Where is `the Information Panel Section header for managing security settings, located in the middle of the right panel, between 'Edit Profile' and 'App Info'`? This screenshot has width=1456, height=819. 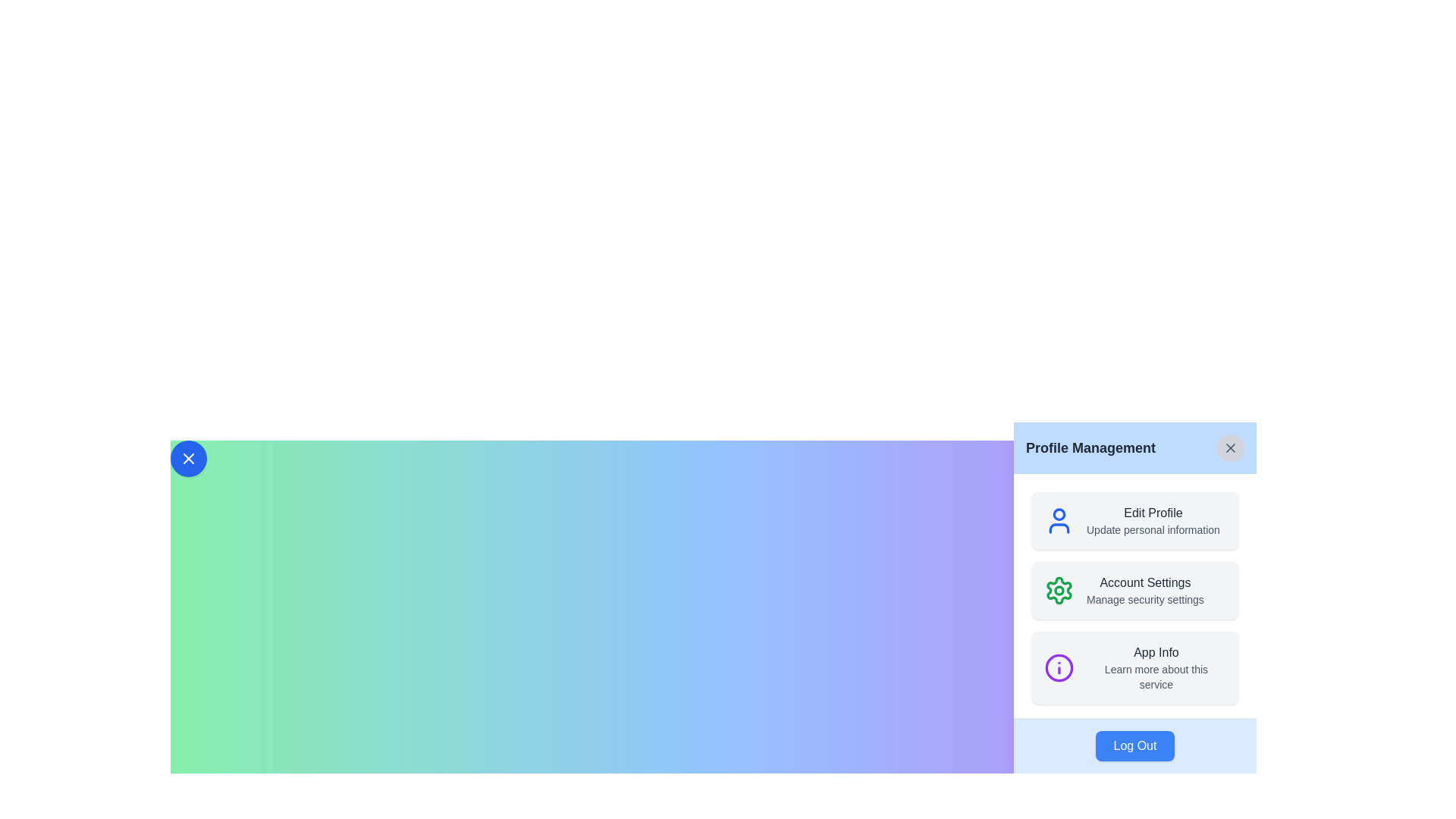
the Information Panel Section header for managing security settings, located in the middle of the right panel, between 'Edit Profile' and 'App Info' is located at coordinates (1135, 590).